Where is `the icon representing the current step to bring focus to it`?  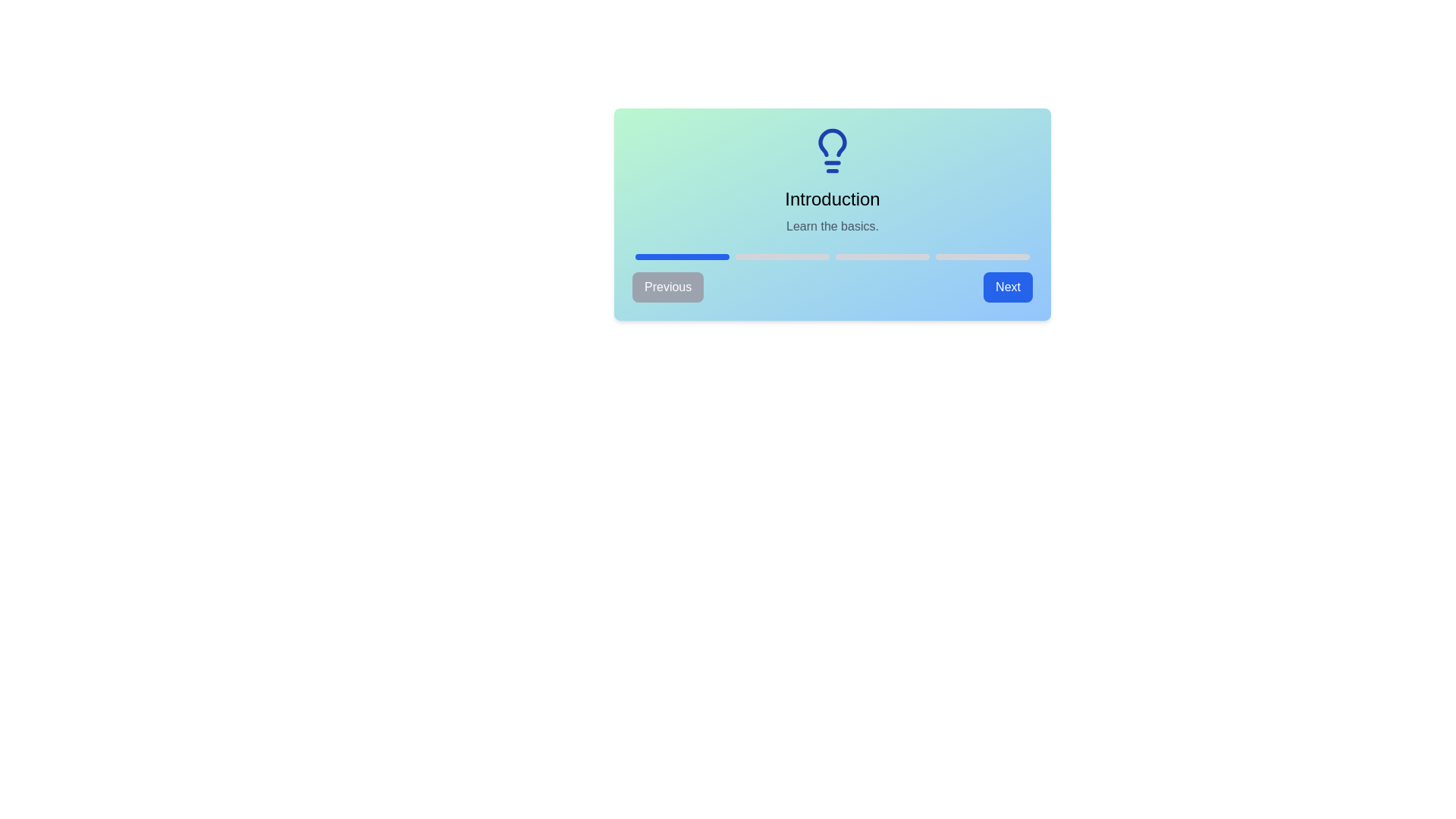
the icon representing the current step to bring focus to it is located at coordinates (832, 151).